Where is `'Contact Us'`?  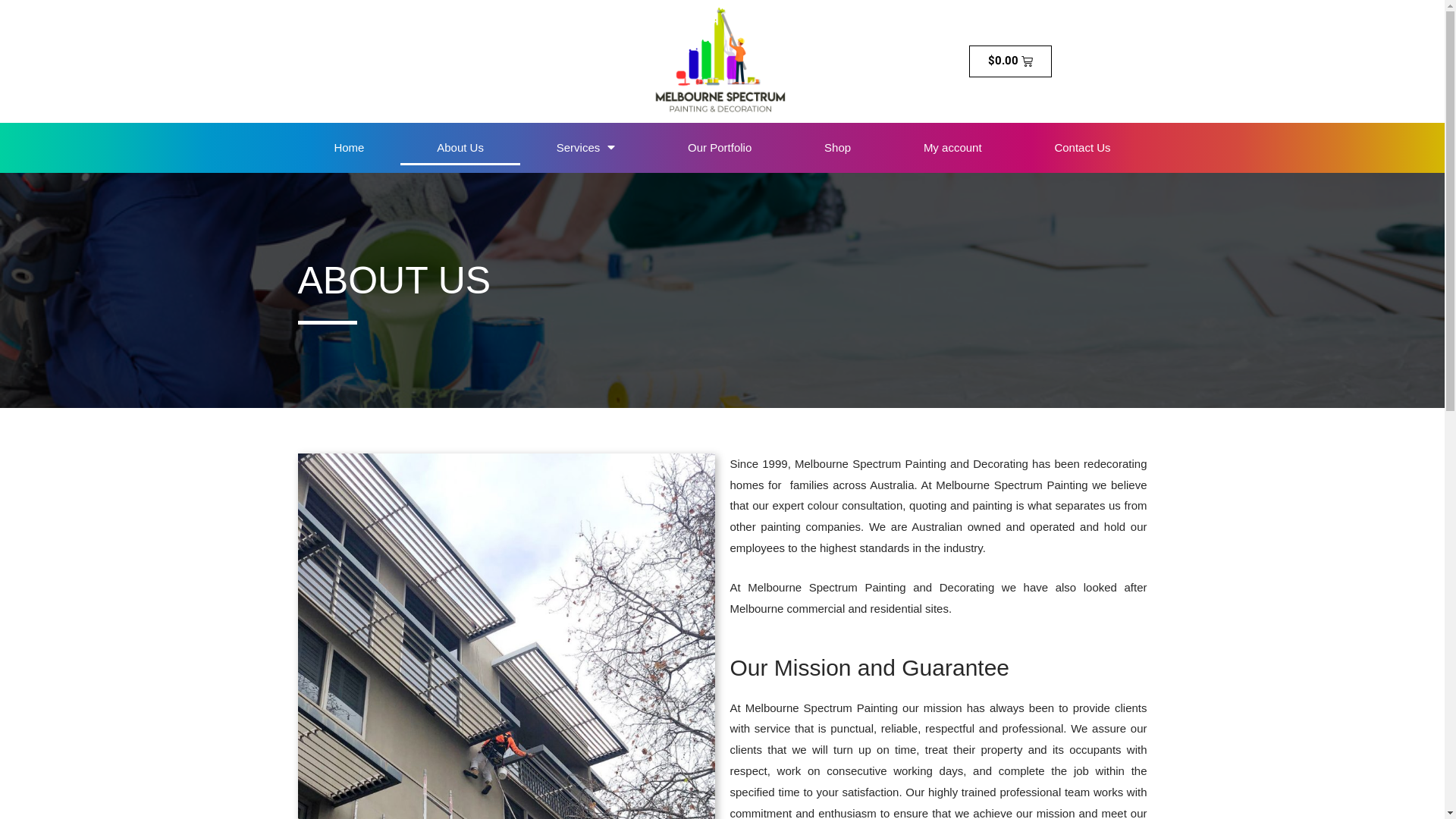
'Contact Us' is located at coordinates (1081, 148).